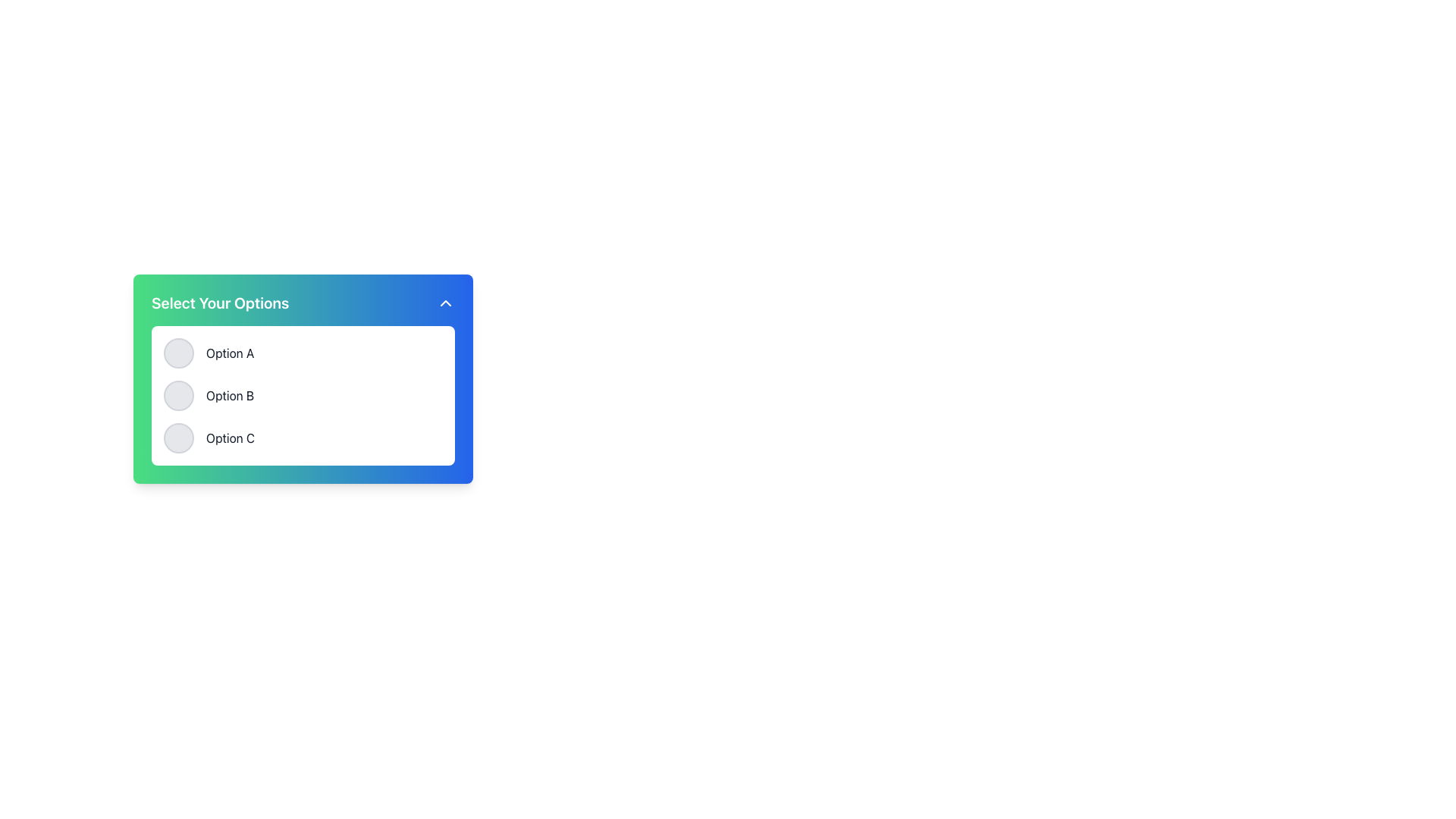 The height and width of the screenshot is (819, 1456). What do you see at coordinates (229, 394) in the screenshot?
I see `the text label displaying 'Option B', which is part of a selectable list of options and is positioned next to a radio button` at bounding box center [229, 394].